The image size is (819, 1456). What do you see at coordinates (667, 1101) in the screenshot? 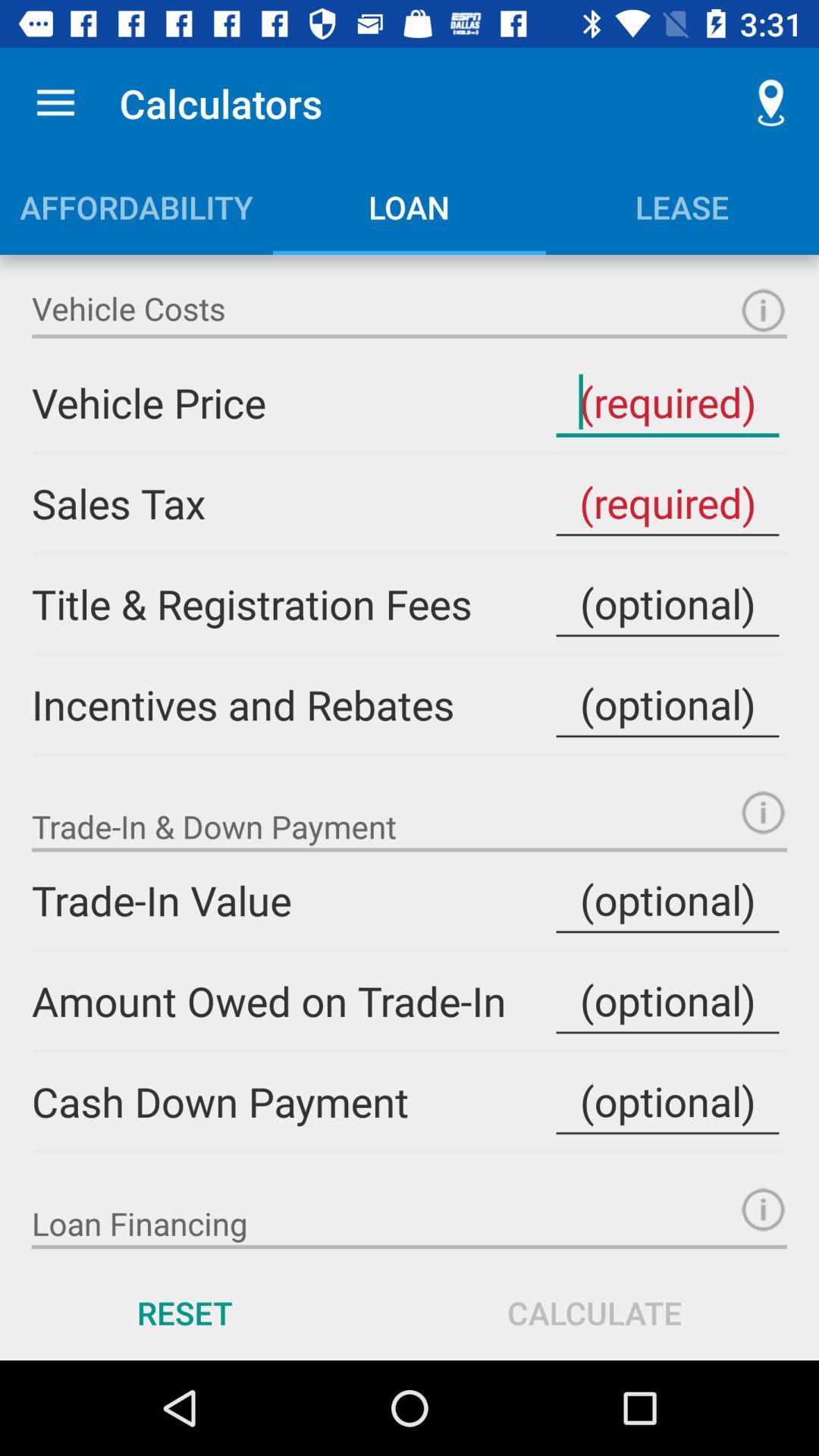
I see `write down cash payment` at bounding box center [667, 1101].